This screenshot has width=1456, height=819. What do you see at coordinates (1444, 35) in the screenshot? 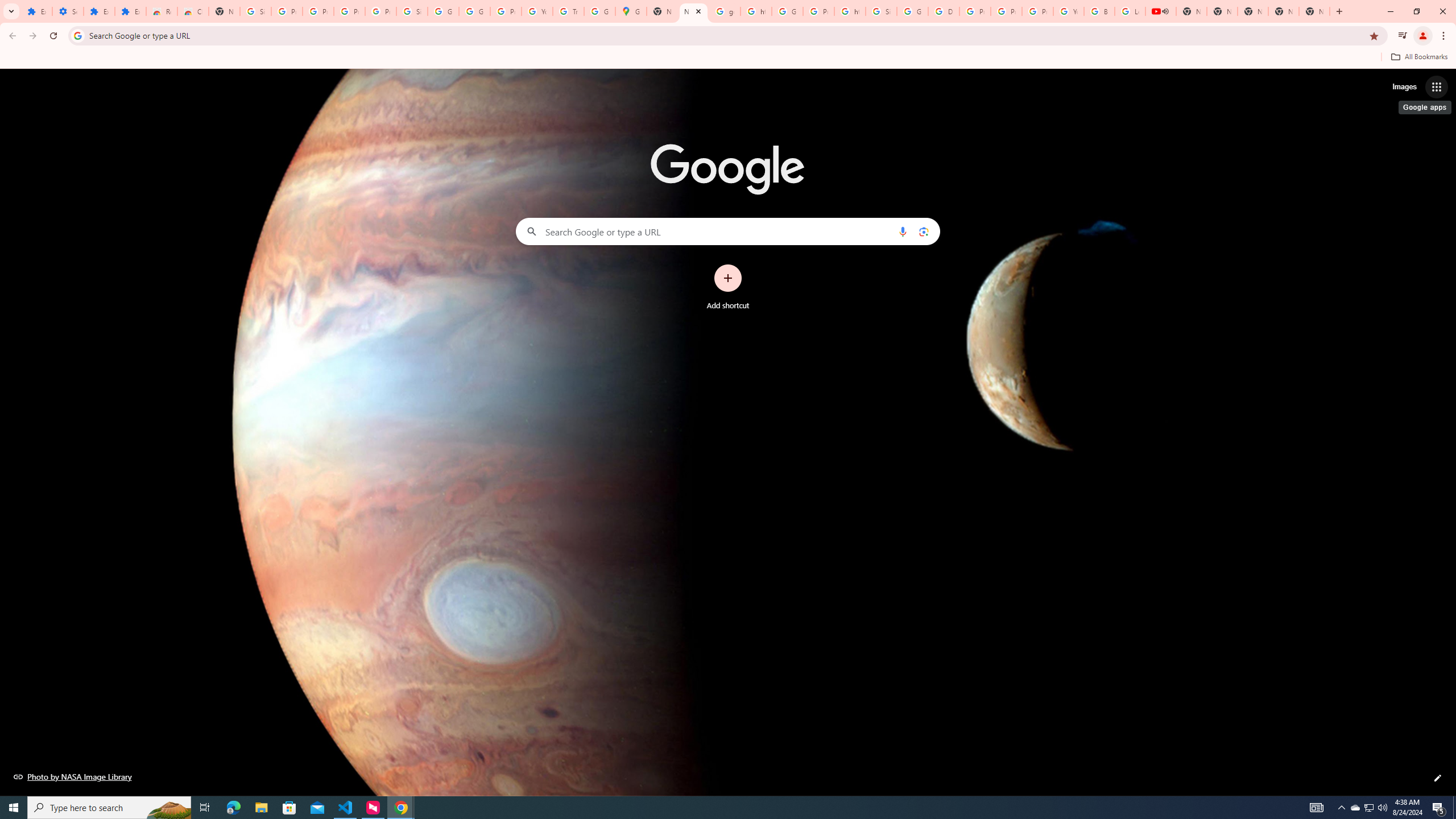
I see `'Chrome'` at bounding box center [1444, 35].